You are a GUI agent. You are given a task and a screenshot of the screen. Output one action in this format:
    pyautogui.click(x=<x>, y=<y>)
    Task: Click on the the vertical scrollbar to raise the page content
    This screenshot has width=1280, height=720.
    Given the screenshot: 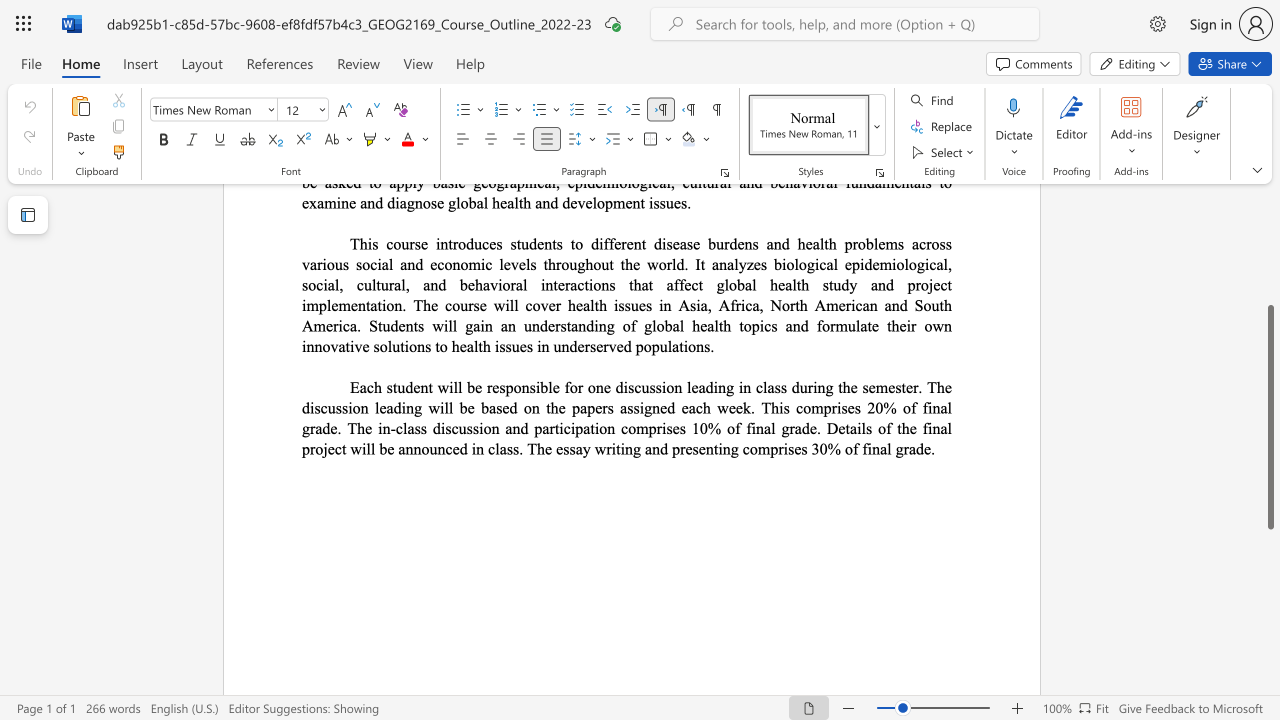 What is the action you would take?
    pyautogui.click(x=1269, y=248)
    